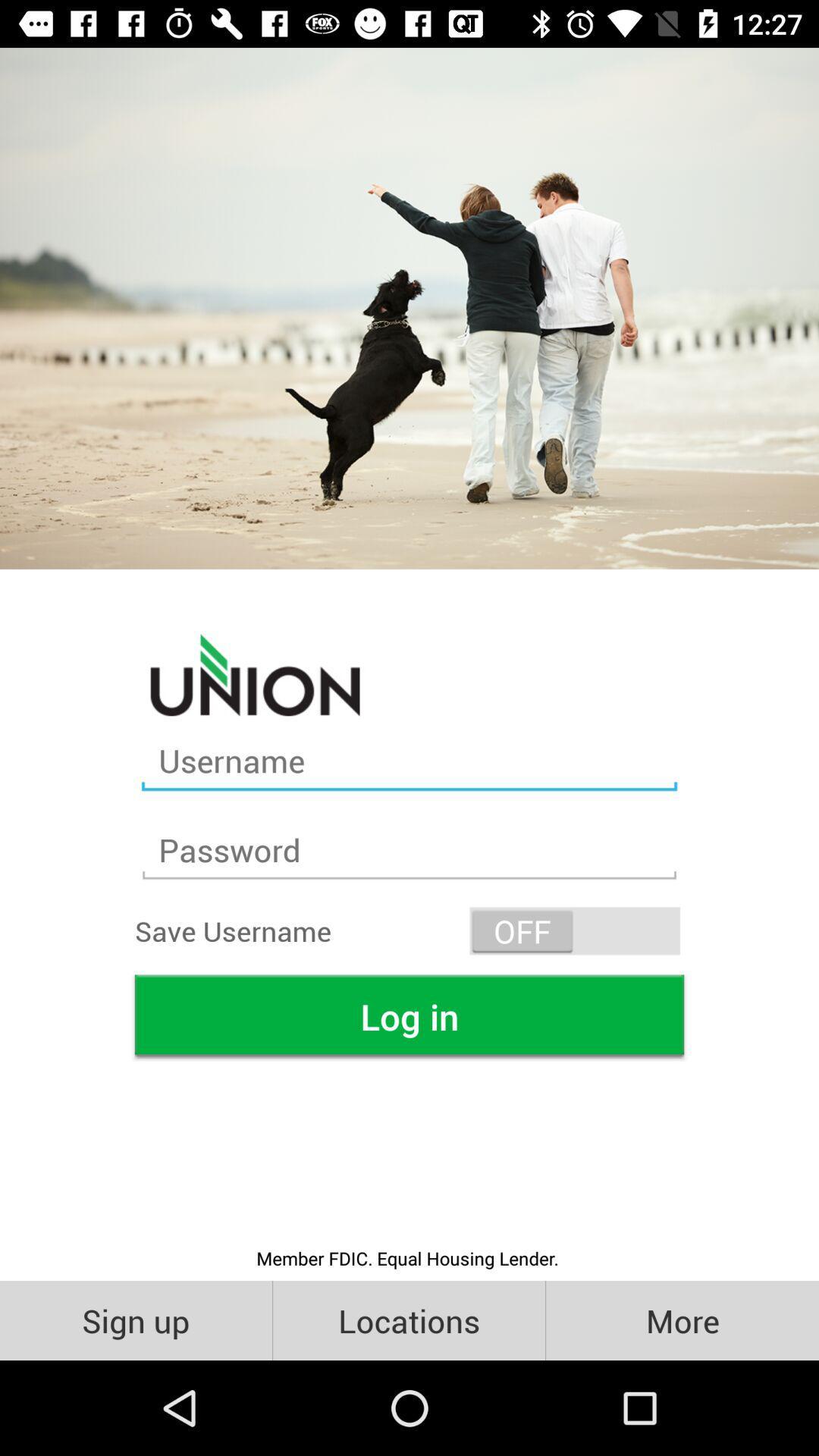 This screenshot has height=1456, width=819. Describe the element at coordinates (575, 930) in the screenshot. I see `the icon on the right` at that location.